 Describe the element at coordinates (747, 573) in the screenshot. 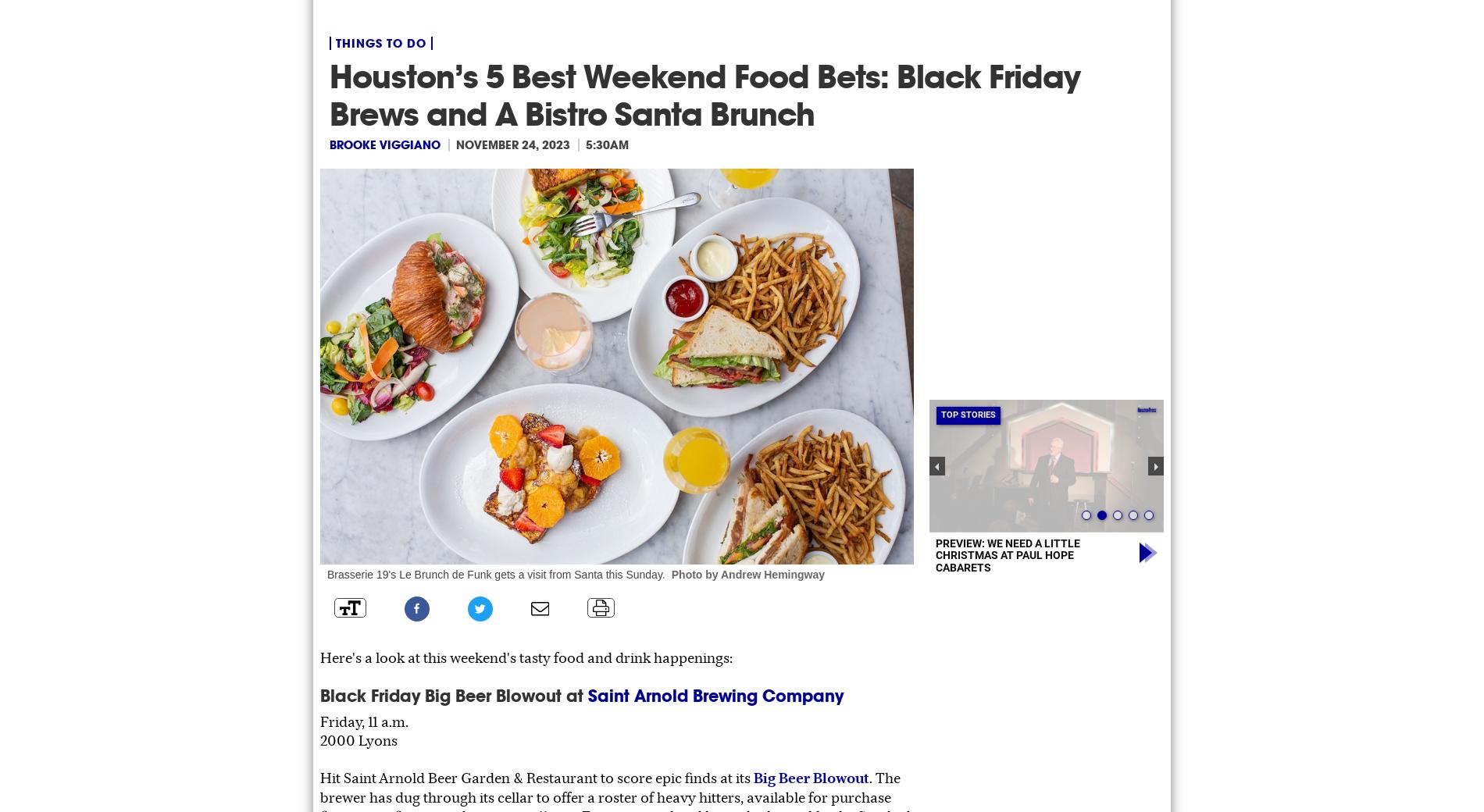

I see `'Photo by Andrew Hemingway'` at that location.